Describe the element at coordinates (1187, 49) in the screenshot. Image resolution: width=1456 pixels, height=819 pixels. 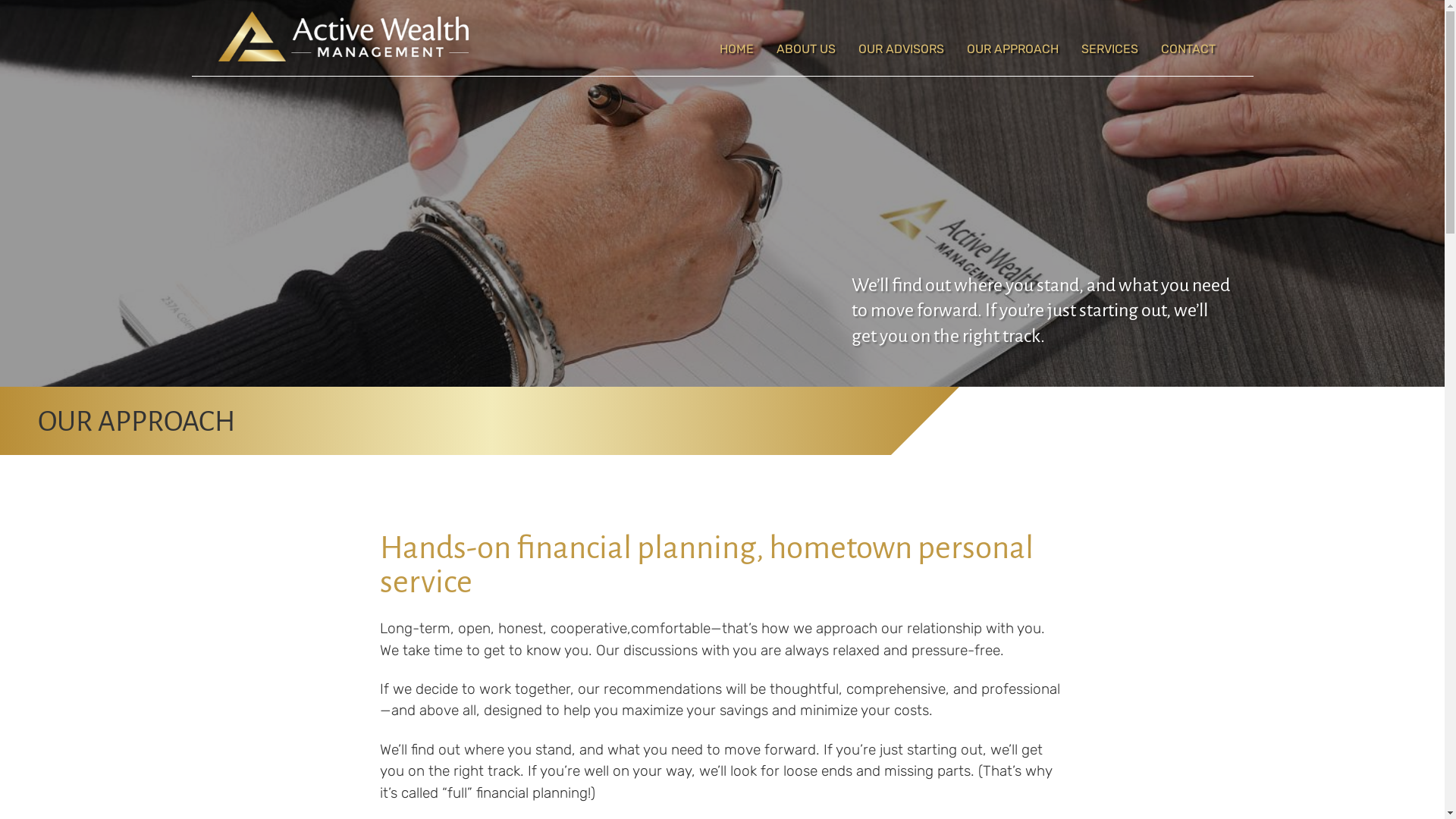
I see `'CONTACT'` at that location.